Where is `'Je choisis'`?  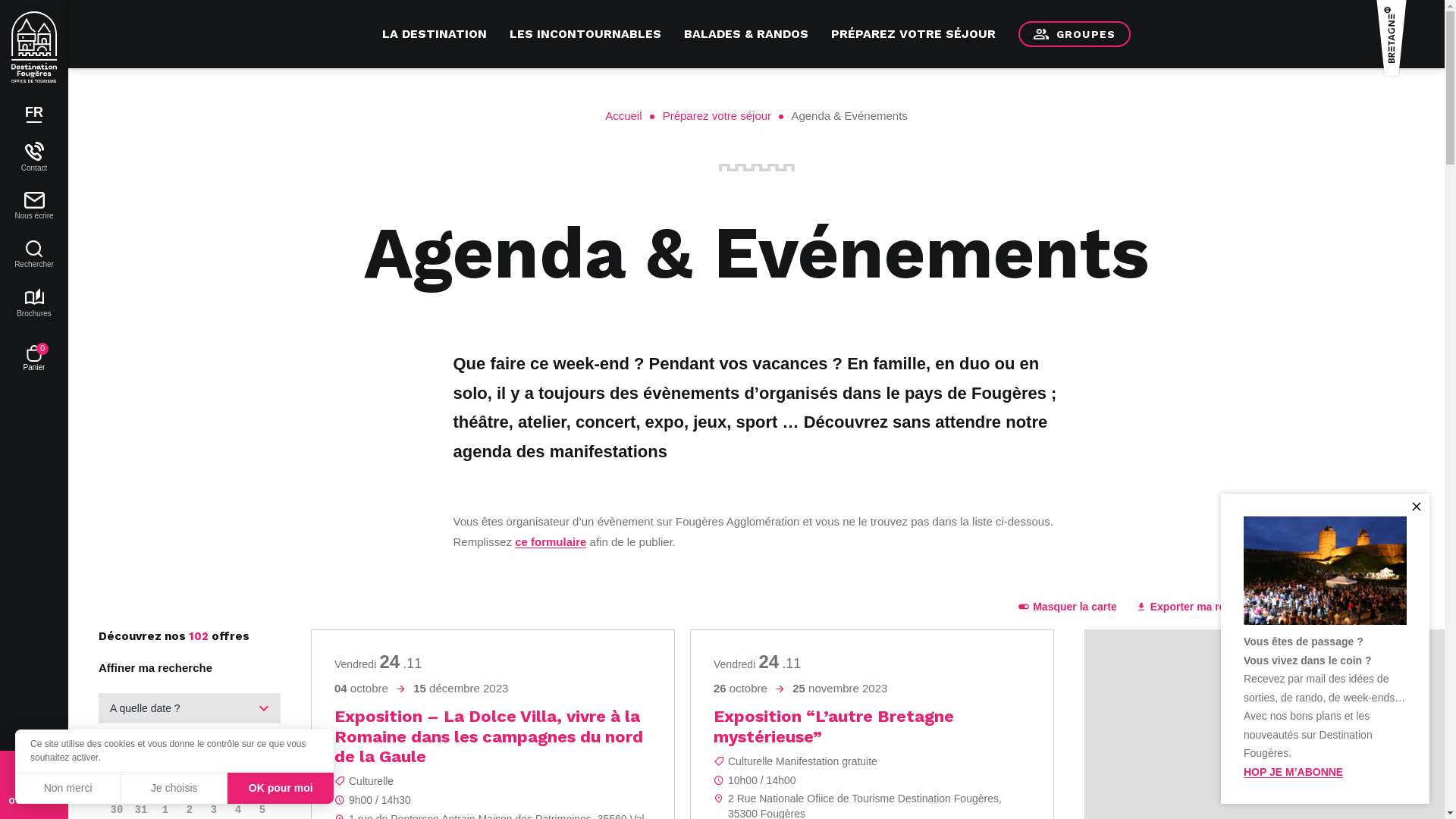
'Je choisis' is located at coordinates (174, 786).